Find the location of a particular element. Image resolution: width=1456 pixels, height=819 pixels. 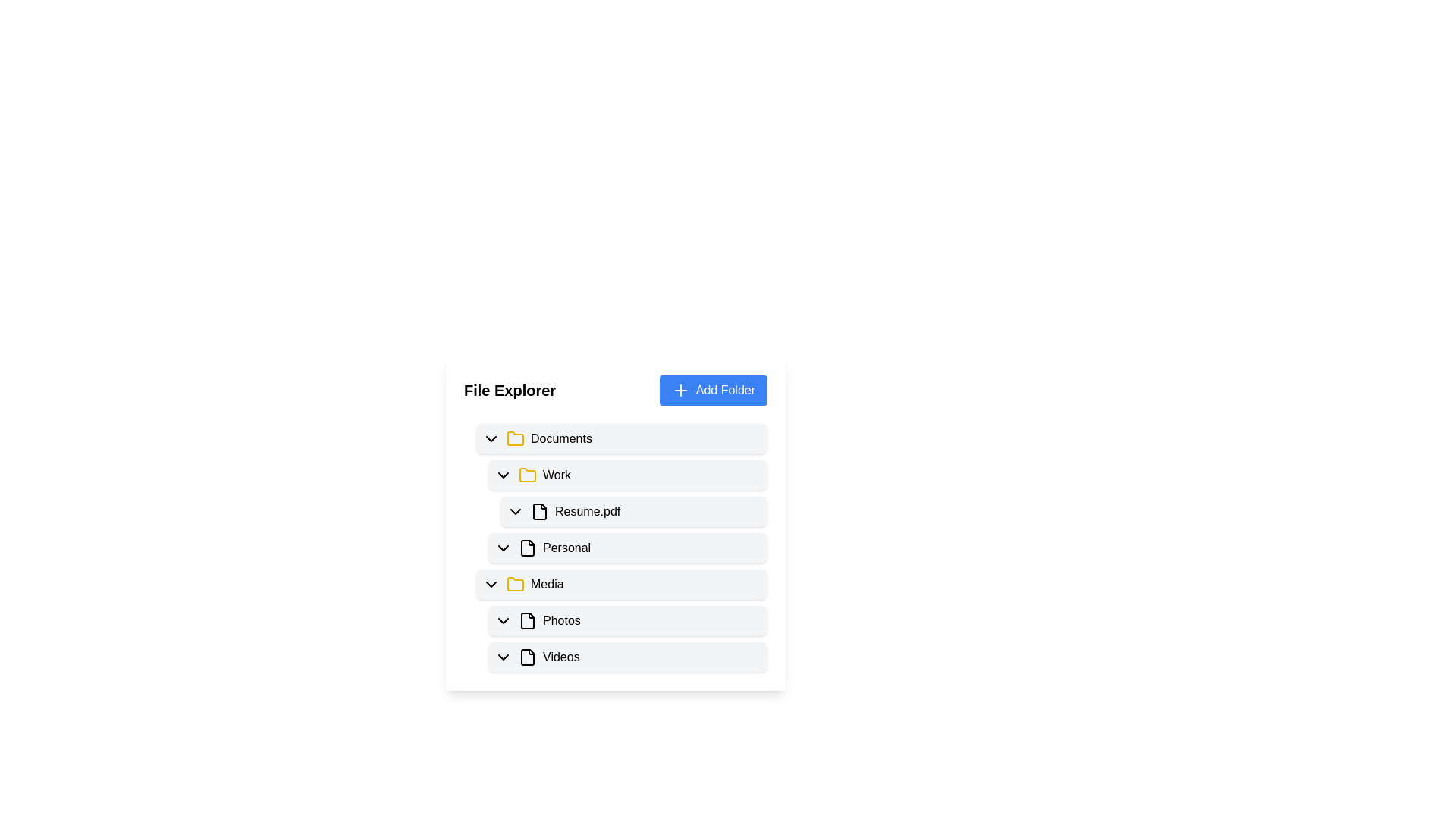

the first folder icon is located at coordinates (528, 473).